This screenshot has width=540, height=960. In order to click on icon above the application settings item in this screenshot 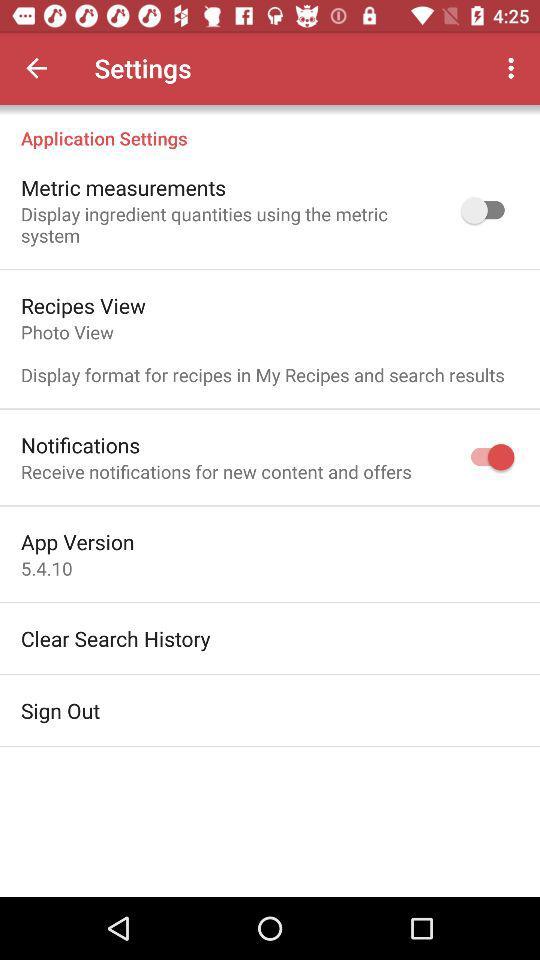, I will do `click(513, 68)`.